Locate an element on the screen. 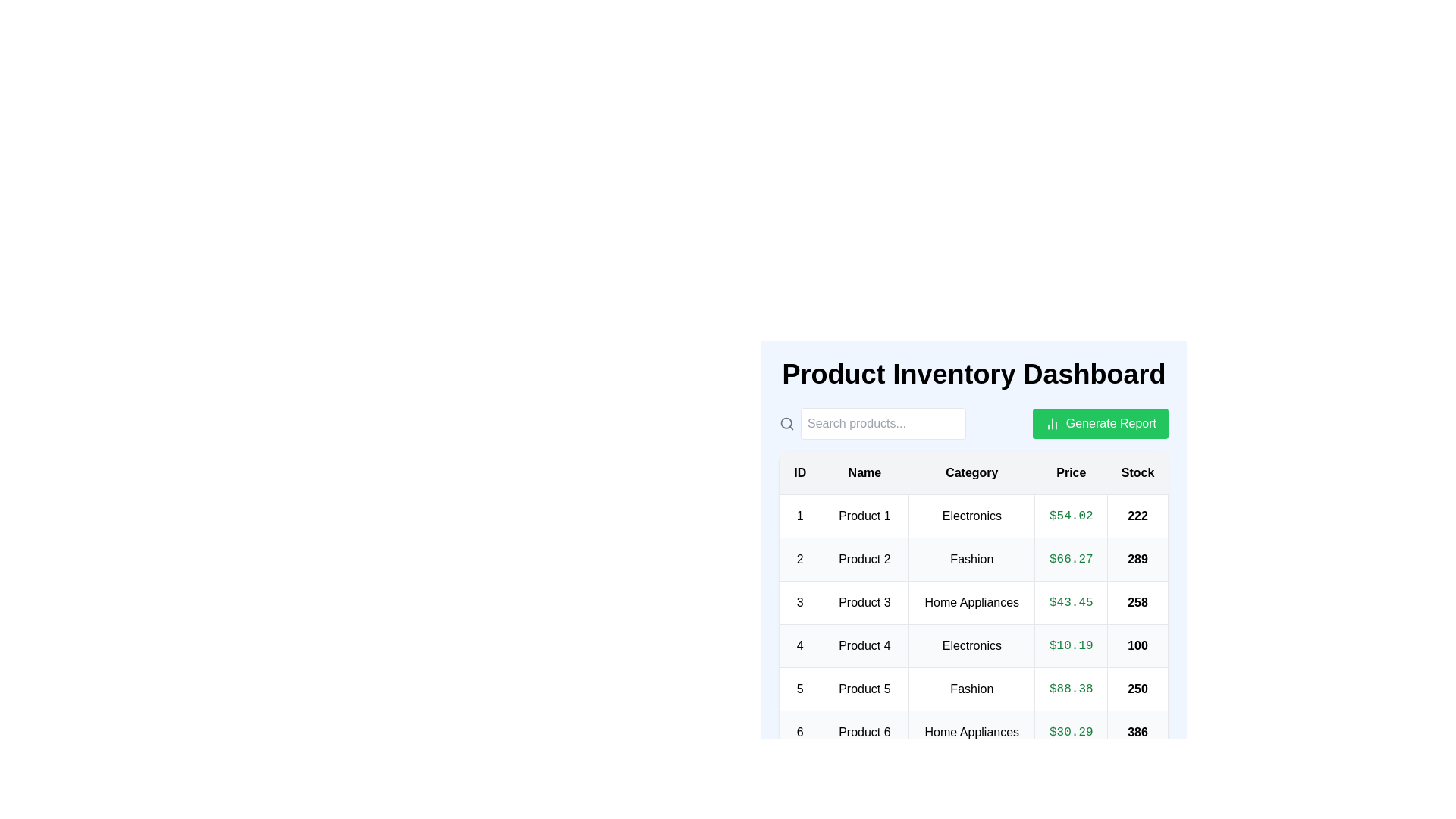 The image size is (1456, 819). the header of the column Name to sort the table by that column is located at coordinates (864, 472).